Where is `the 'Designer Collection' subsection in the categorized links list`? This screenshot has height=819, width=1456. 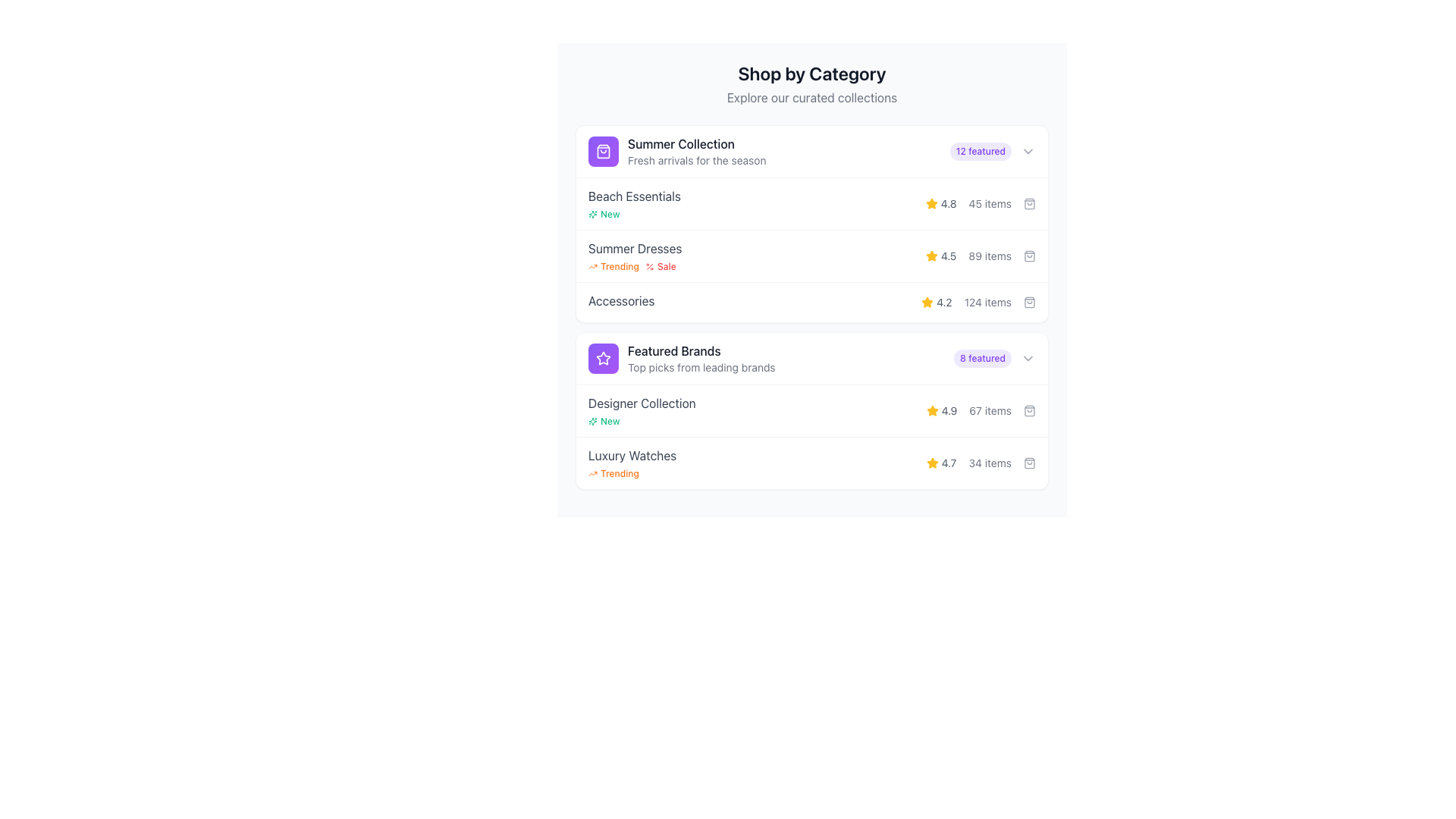 the 'Designer Collection' subsection in the categorized links list is located at coordinates (811, 436).